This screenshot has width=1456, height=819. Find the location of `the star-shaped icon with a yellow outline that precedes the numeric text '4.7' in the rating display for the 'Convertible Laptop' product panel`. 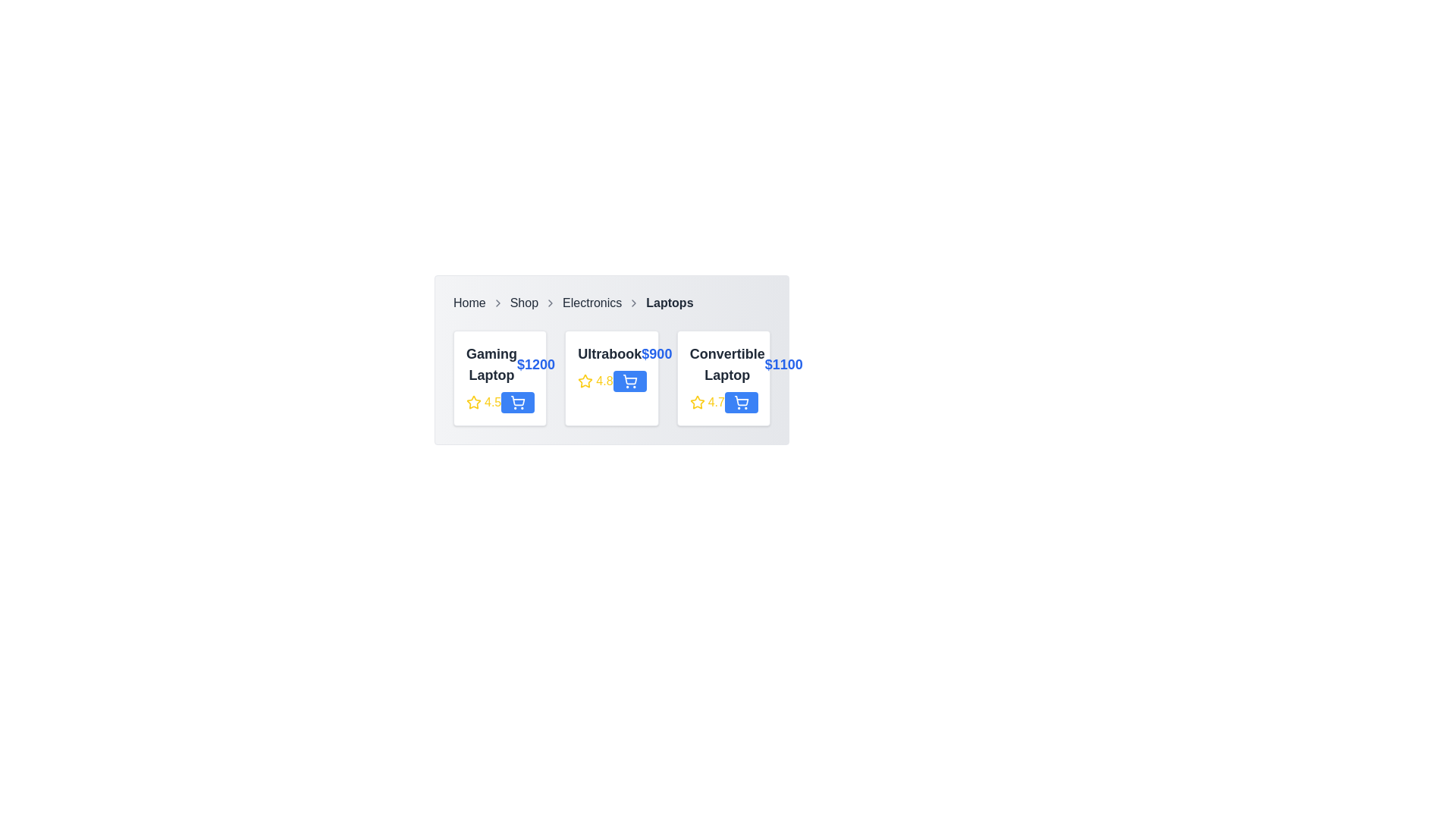

the star-shaped icon with a yellow outline that precedes the numeric text '4.7' in the rating display for the 'Convertible Laptop' product panel is located at coordinates (696, 402).